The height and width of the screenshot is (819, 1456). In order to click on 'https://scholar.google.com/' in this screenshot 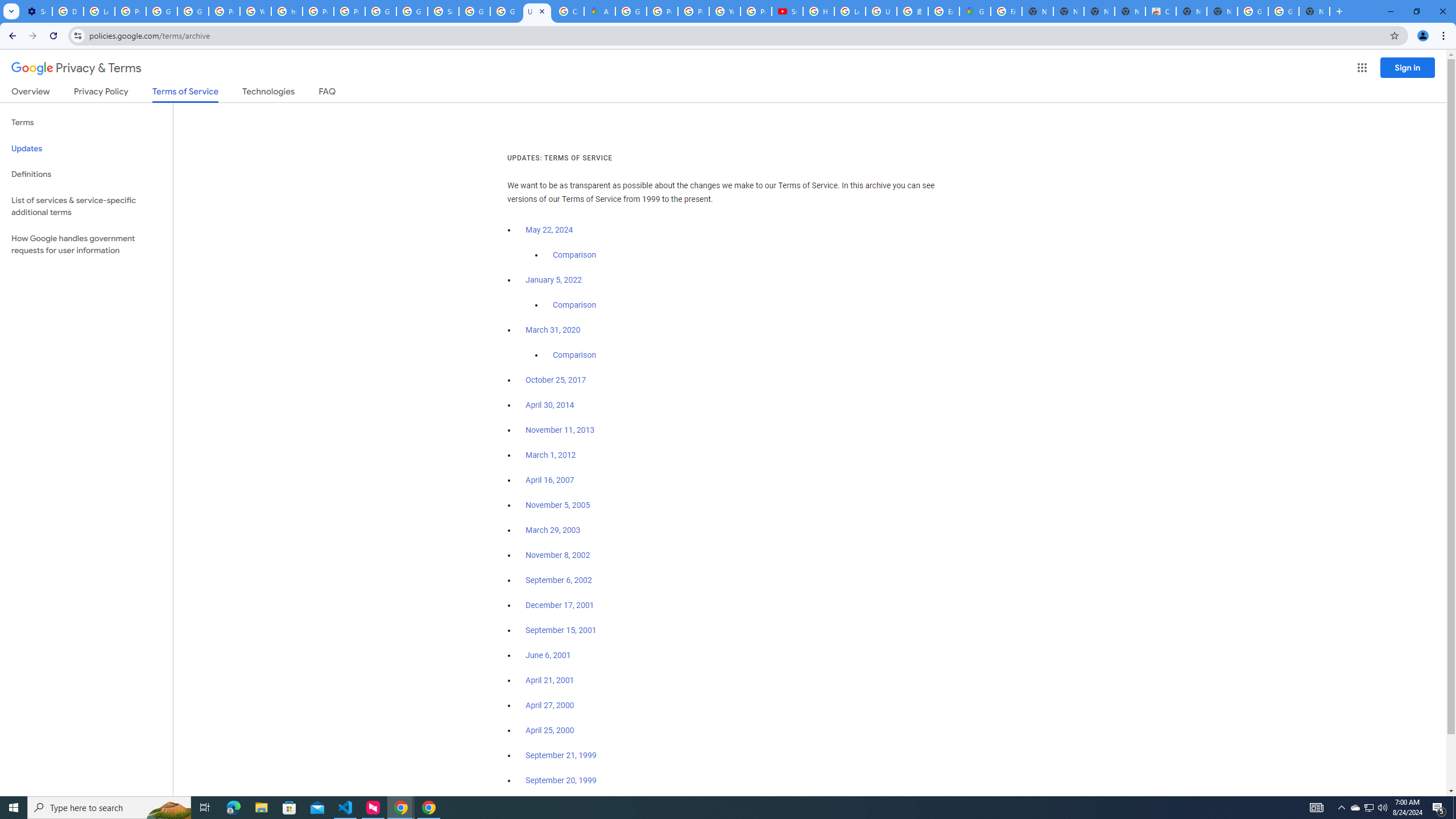, I will do `click(287, 11)`.